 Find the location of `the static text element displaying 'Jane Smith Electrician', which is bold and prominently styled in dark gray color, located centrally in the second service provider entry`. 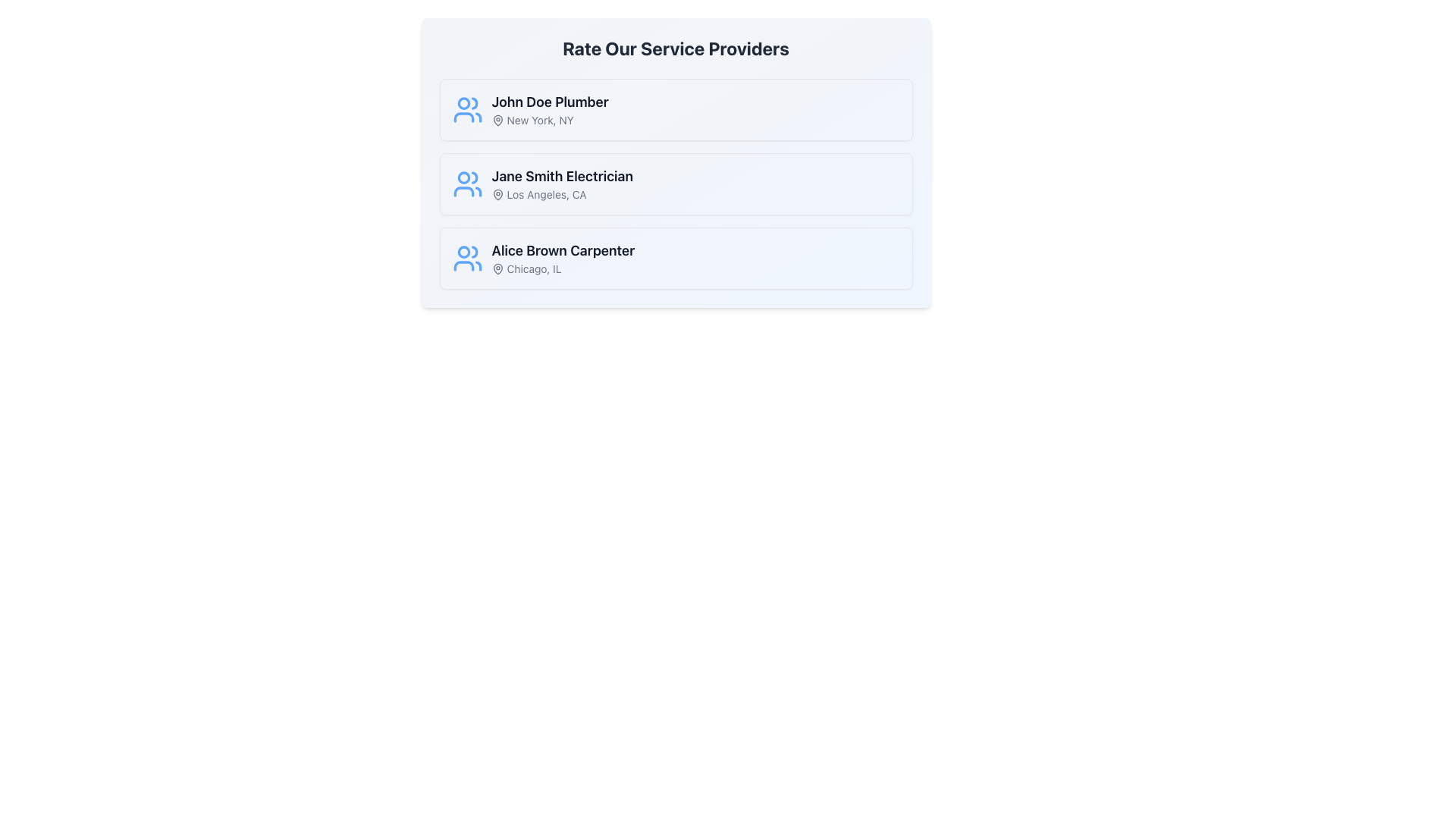

the static text element displaying 'Jane Smith Electrician', which is bold and prominently styled in dark gray color, located centrally in the second service provider entry is located at coordinates (561, 175).